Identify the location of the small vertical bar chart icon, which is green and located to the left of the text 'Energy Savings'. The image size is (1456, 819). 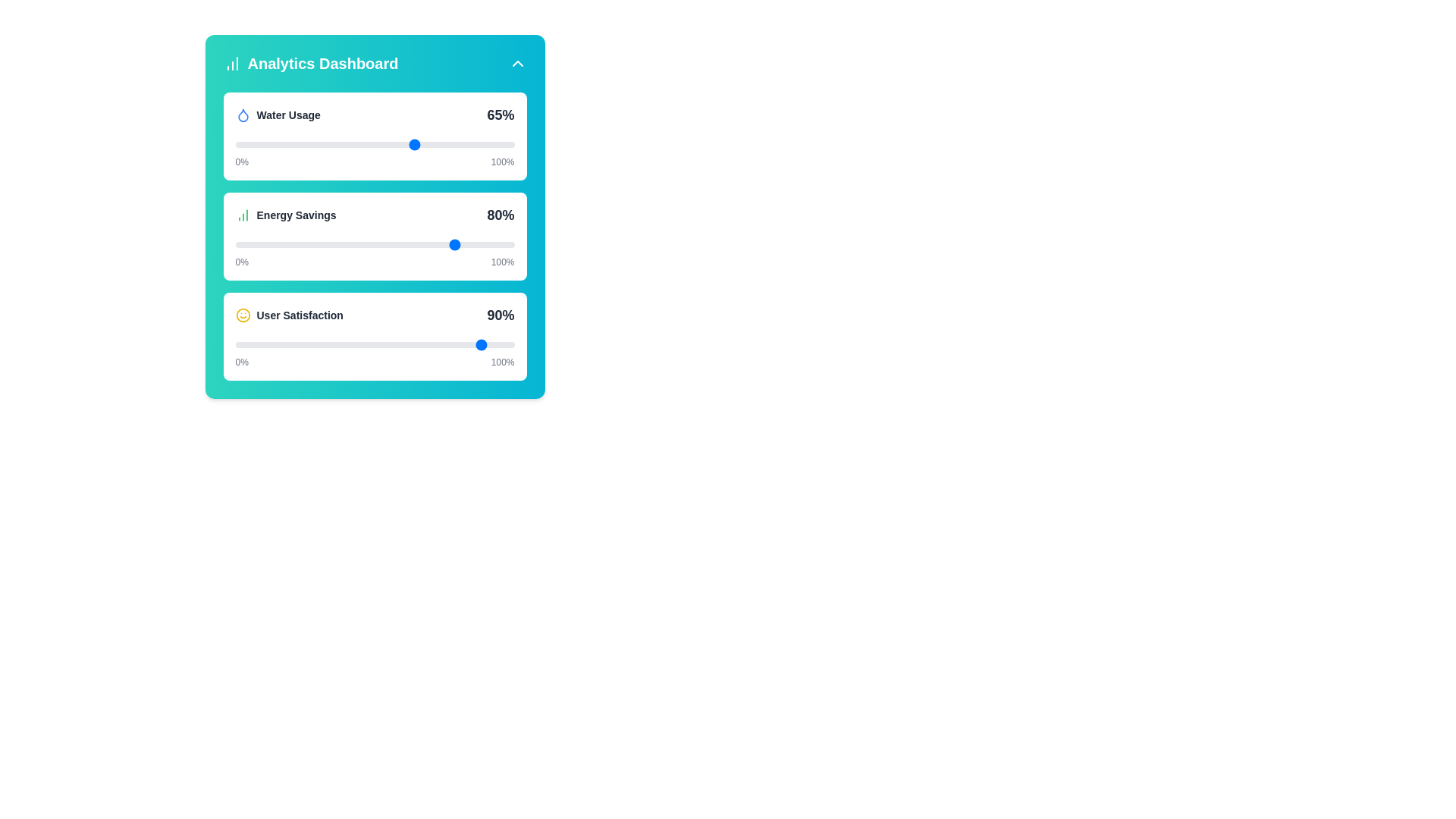
(243, 215).